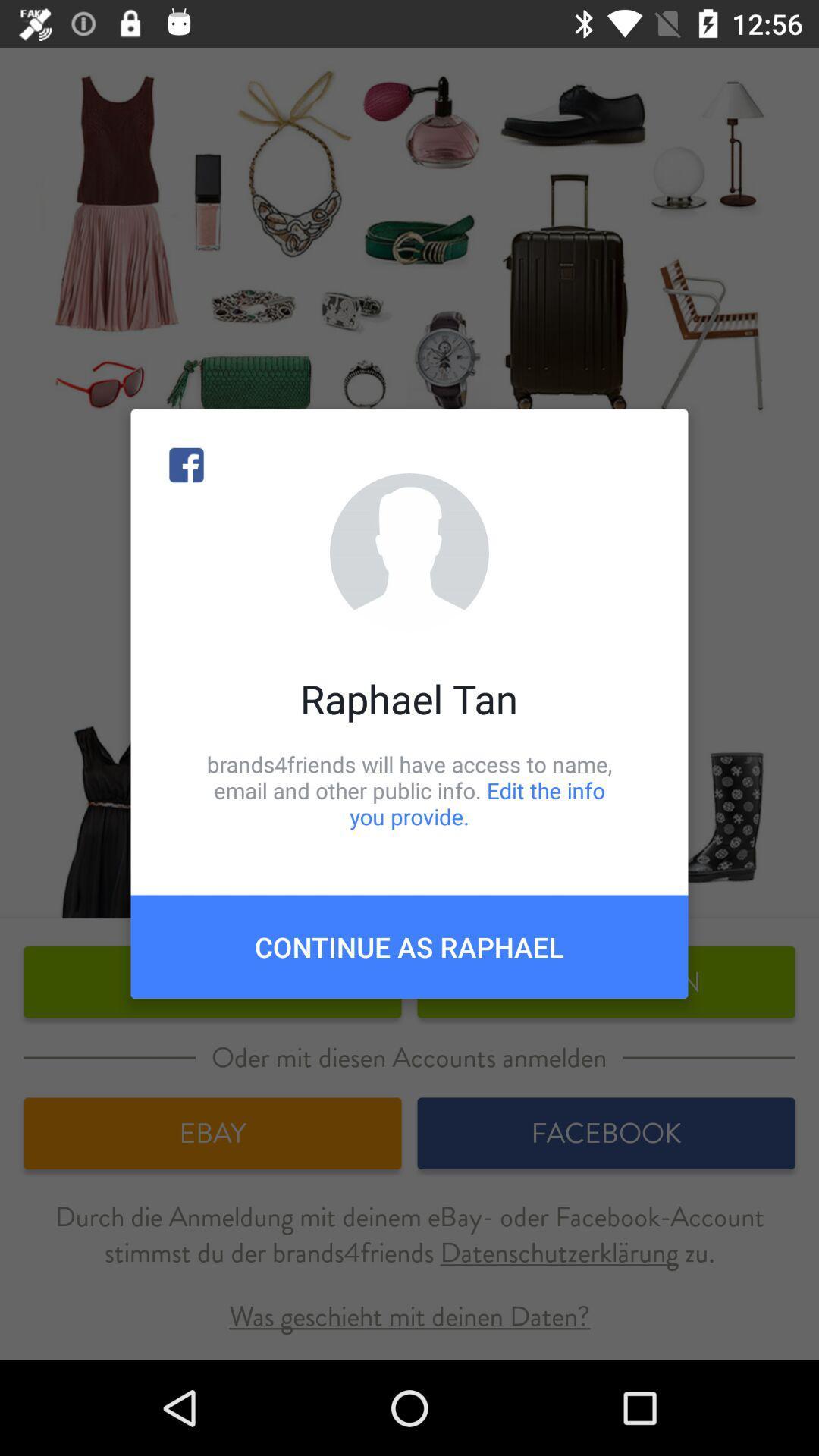 The image size is (819, 1456). I want to click on the continue as raphael item, so click(409, 946).